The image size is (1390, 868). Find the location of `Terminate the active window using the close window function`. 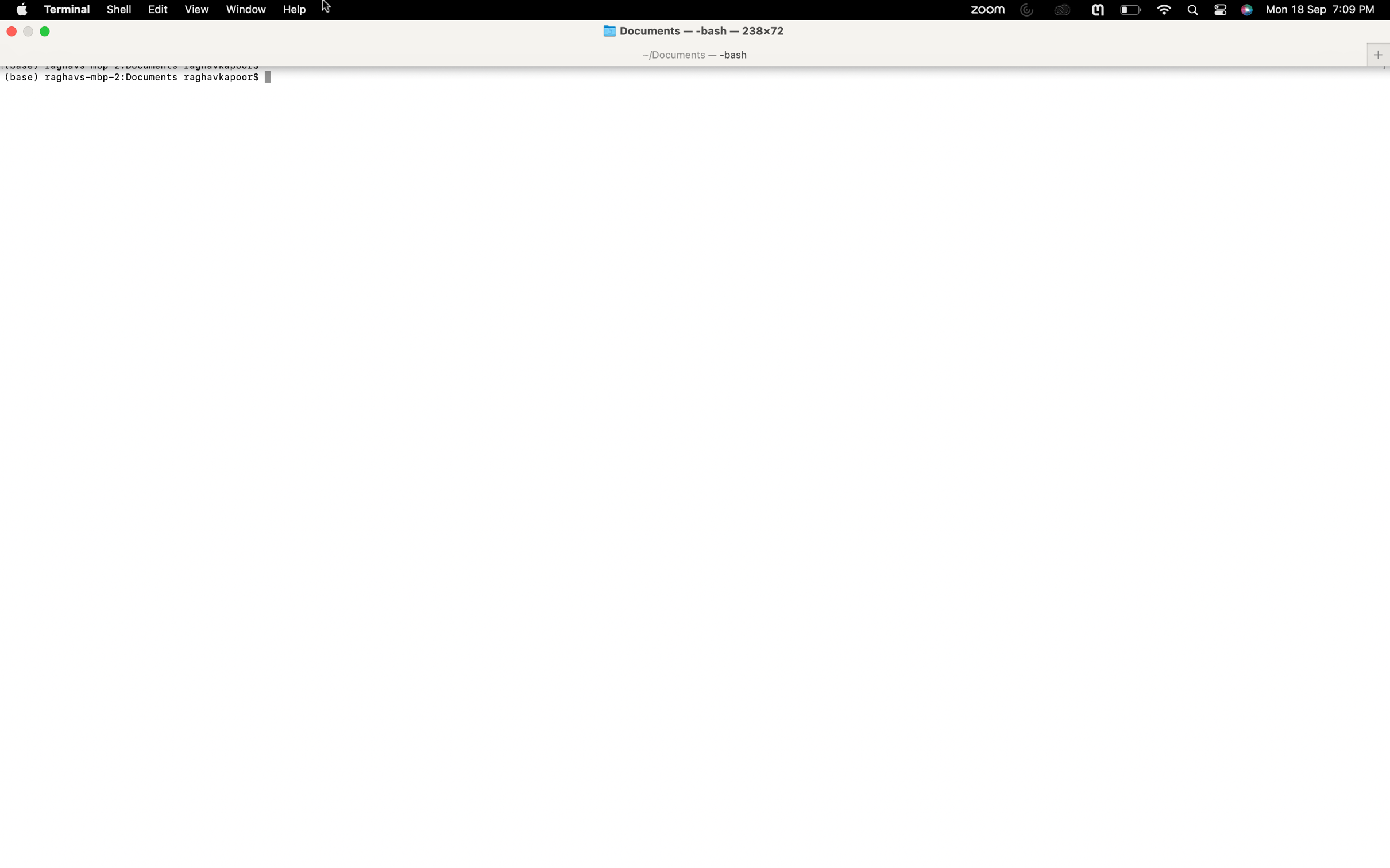

Terminate the active window using the close window function is located at coordinates (11, 29).